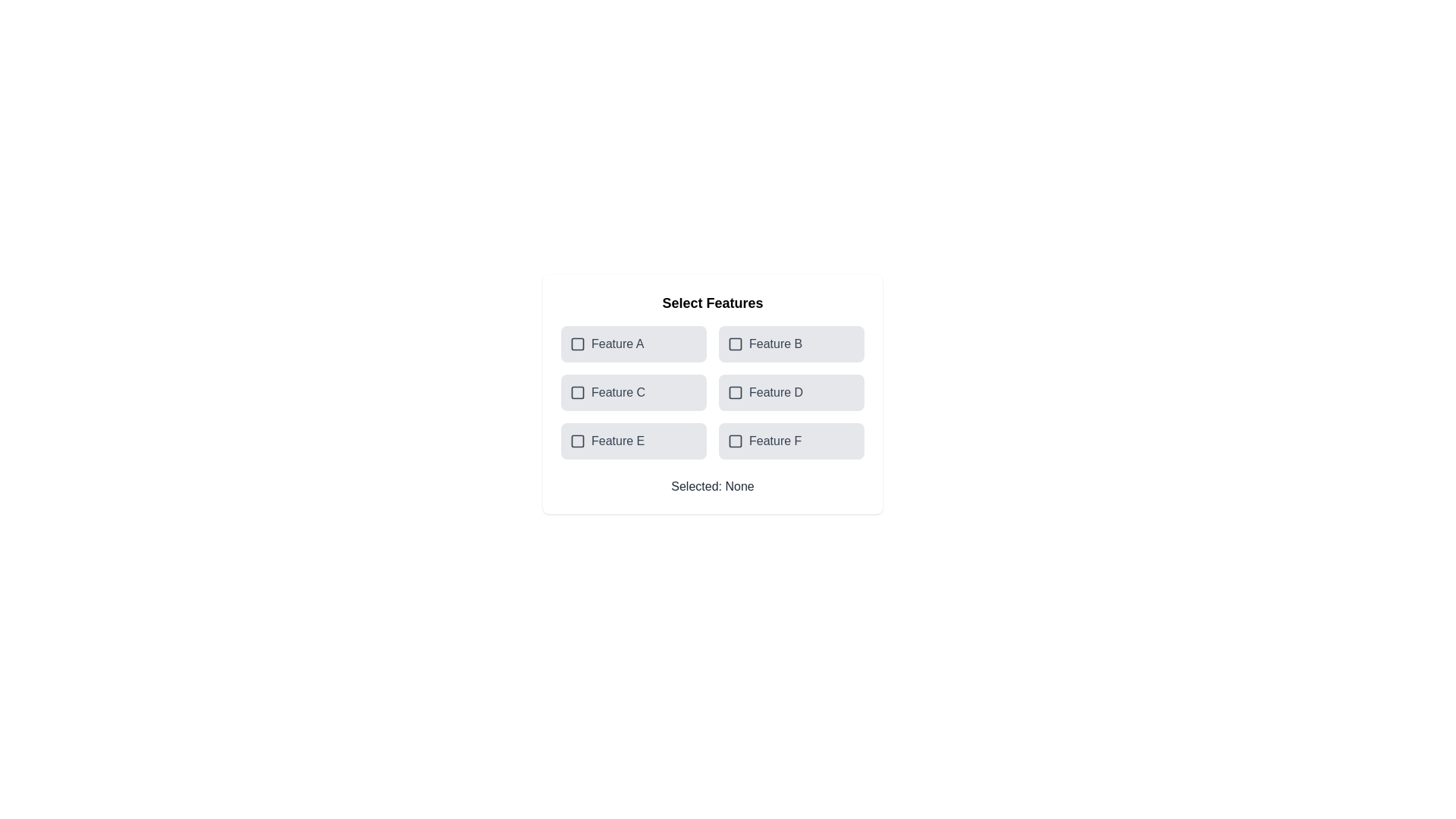  I want to click on the checkbox associated with the static text label 'Feature F', which is located in the bottom-right corner of the grid, so click(775, 441).